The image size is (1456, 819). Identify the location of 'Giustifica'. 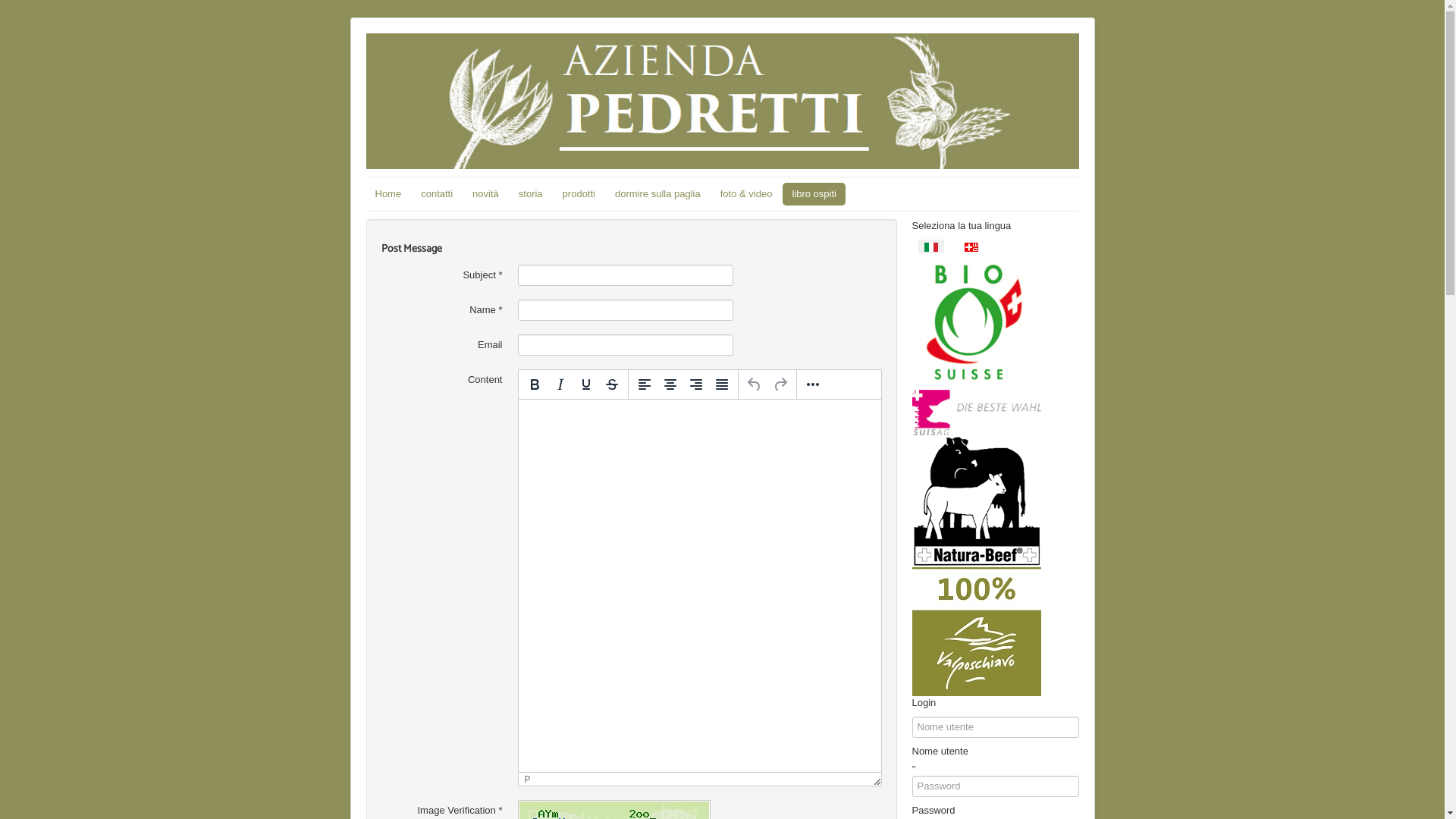
(720, 383).